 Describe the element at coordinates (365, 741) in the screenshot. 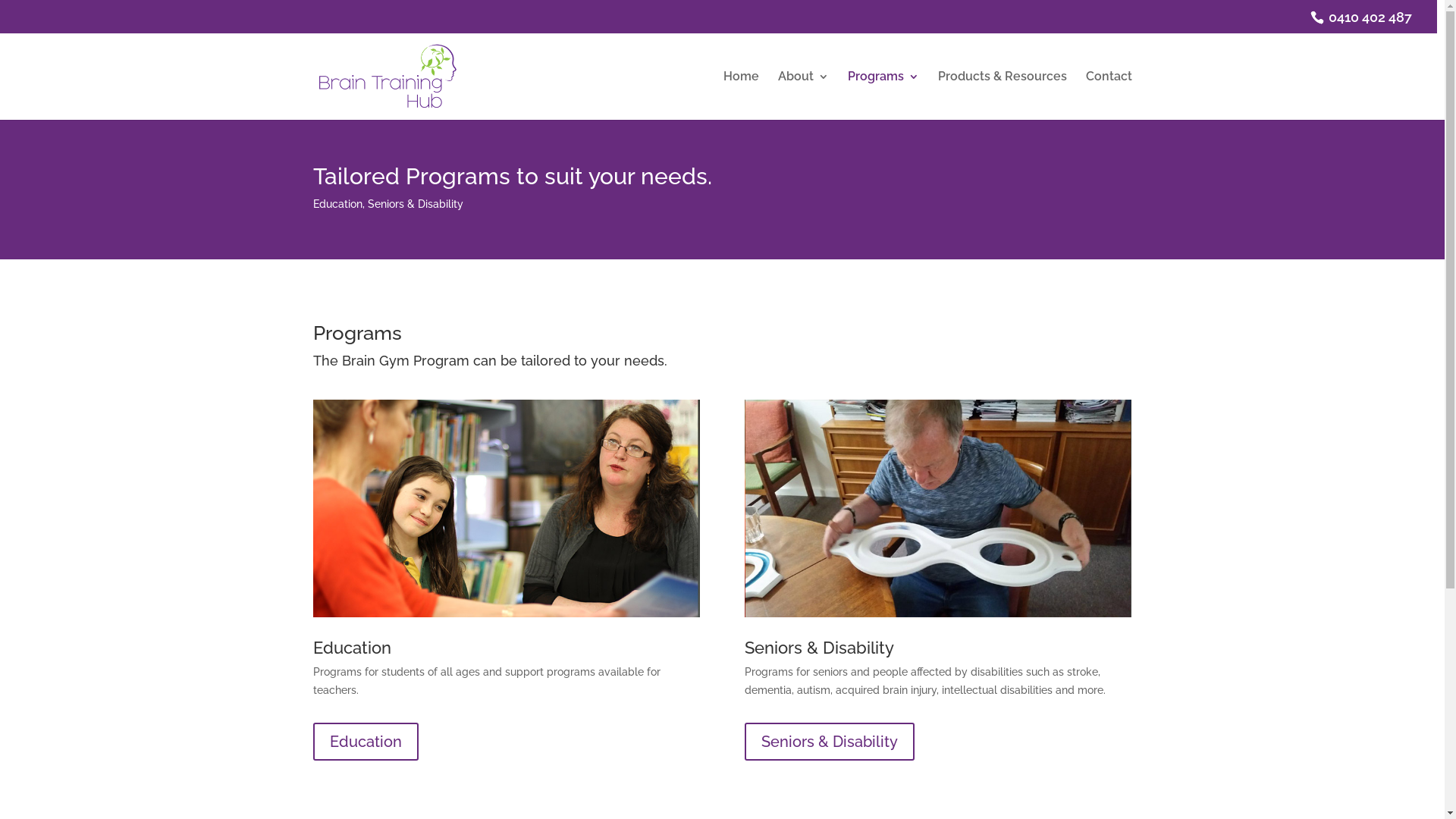

I see `'Education'` at that location.